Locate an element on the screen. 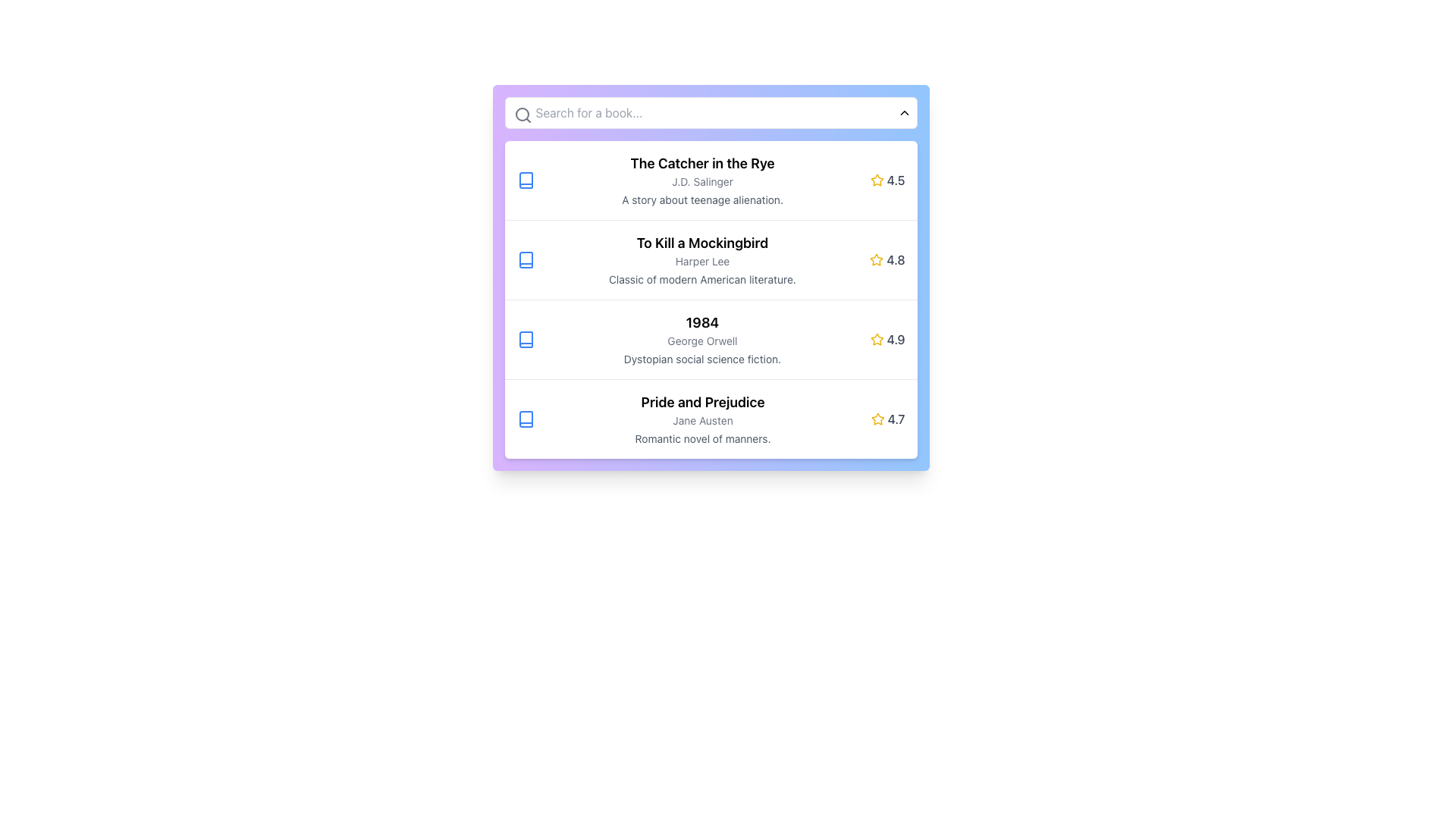 This screenshot has height=819, width=1456. the List Entry Content Block displaying '1984' by George Orwell, which consists of three lines of text with the first line in bold and large font, the second line in smaller gray font, and the third line in slightly smaller gray font is located at coordinates (701, 338).